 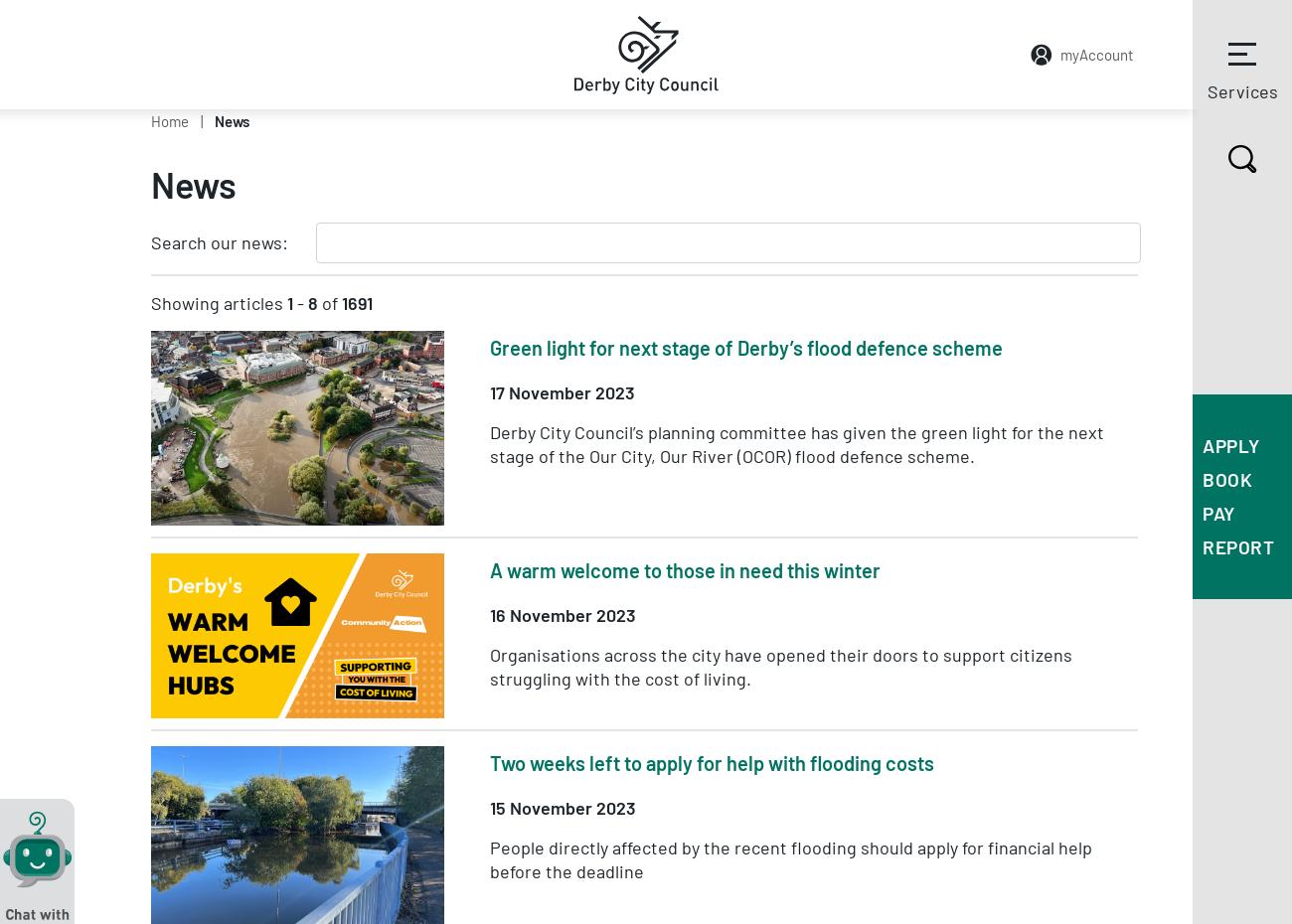 What do you see at coordinates (1229, 445) in the screenshot?
I see `'Apply'` at bounding box center [1229, 445].